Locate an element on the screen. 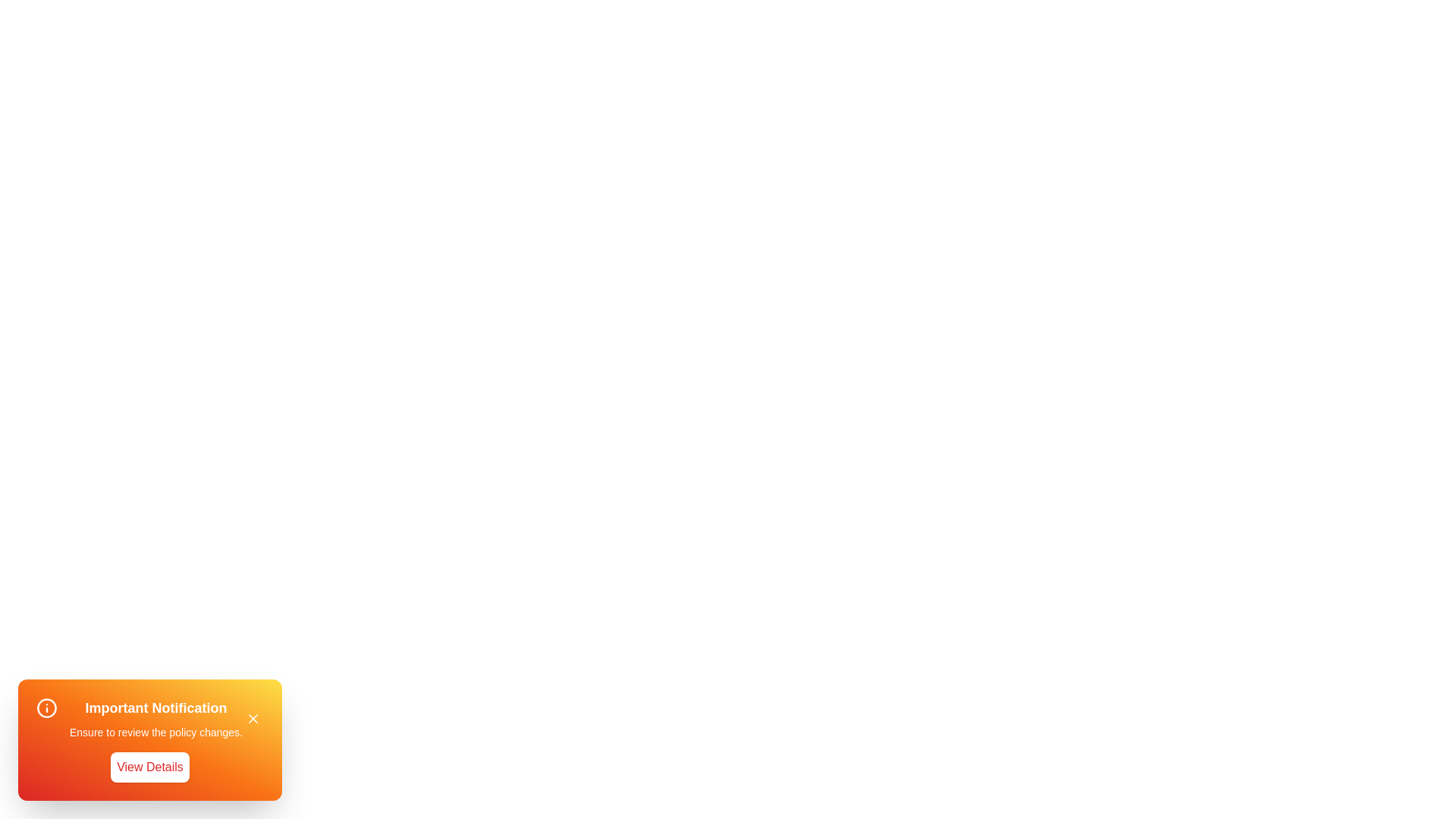 The image size is (1456, 819). the 'X' button to dismiss the alert is located at coordinates (253, 718).